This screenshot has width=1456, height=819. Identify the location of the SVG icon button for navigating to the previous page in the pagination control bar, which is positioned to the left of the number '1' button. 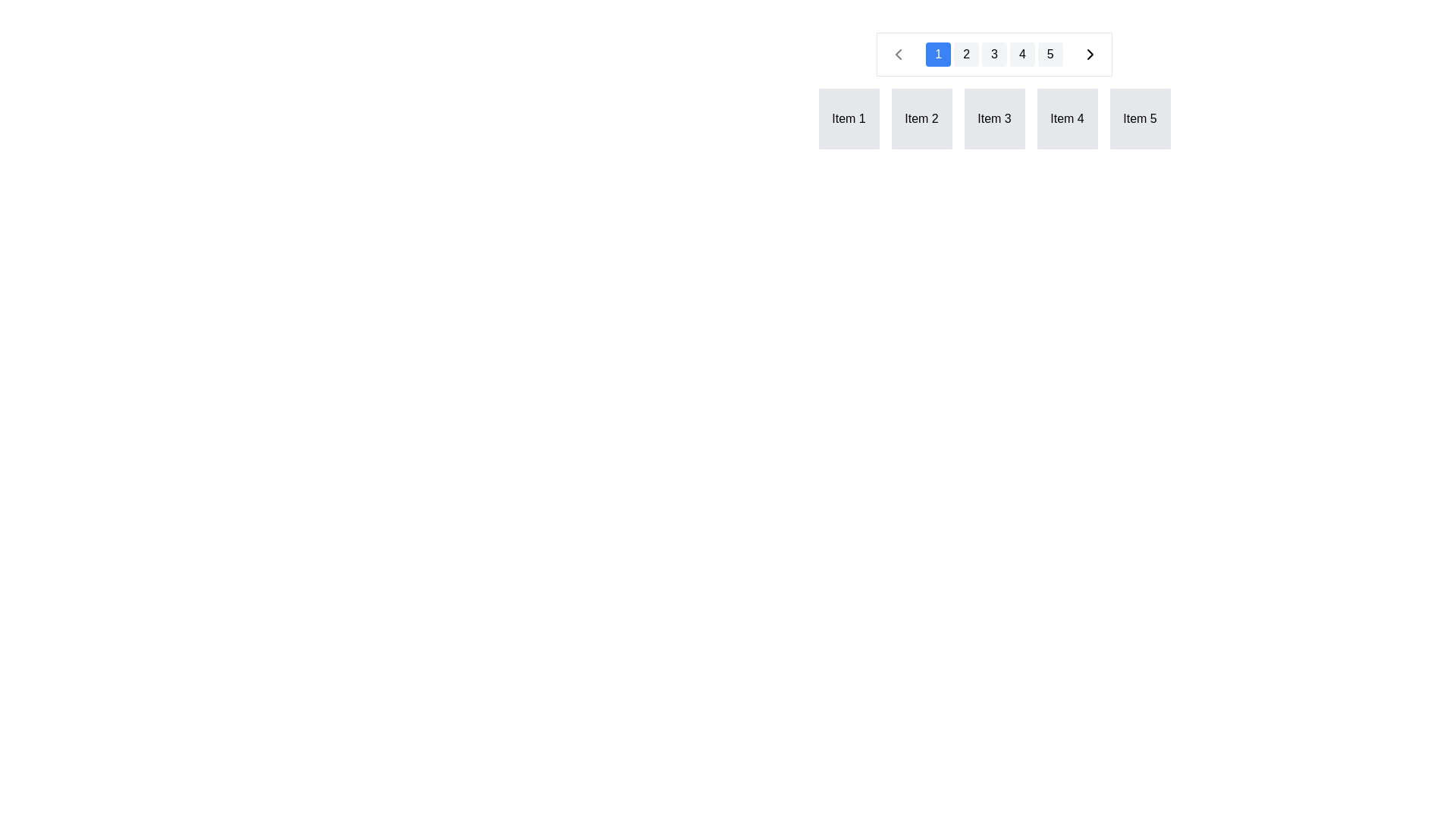
(899, 54).